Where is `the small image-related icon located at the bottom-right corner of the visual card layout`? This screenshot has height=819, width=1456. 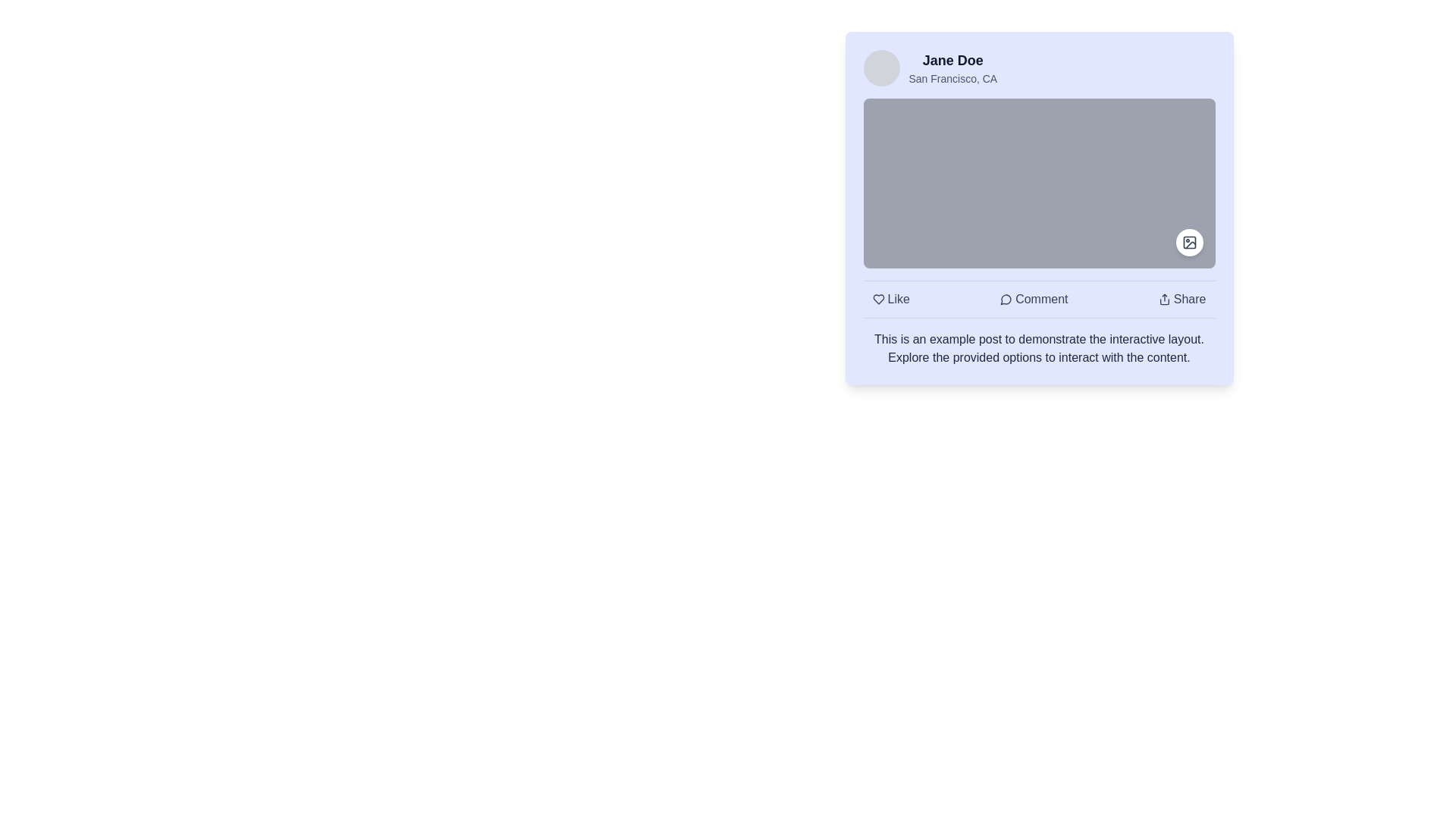 the small image-related icon located at the bottom-right corner of the visual card layout is located at coordinates (1188, 242).